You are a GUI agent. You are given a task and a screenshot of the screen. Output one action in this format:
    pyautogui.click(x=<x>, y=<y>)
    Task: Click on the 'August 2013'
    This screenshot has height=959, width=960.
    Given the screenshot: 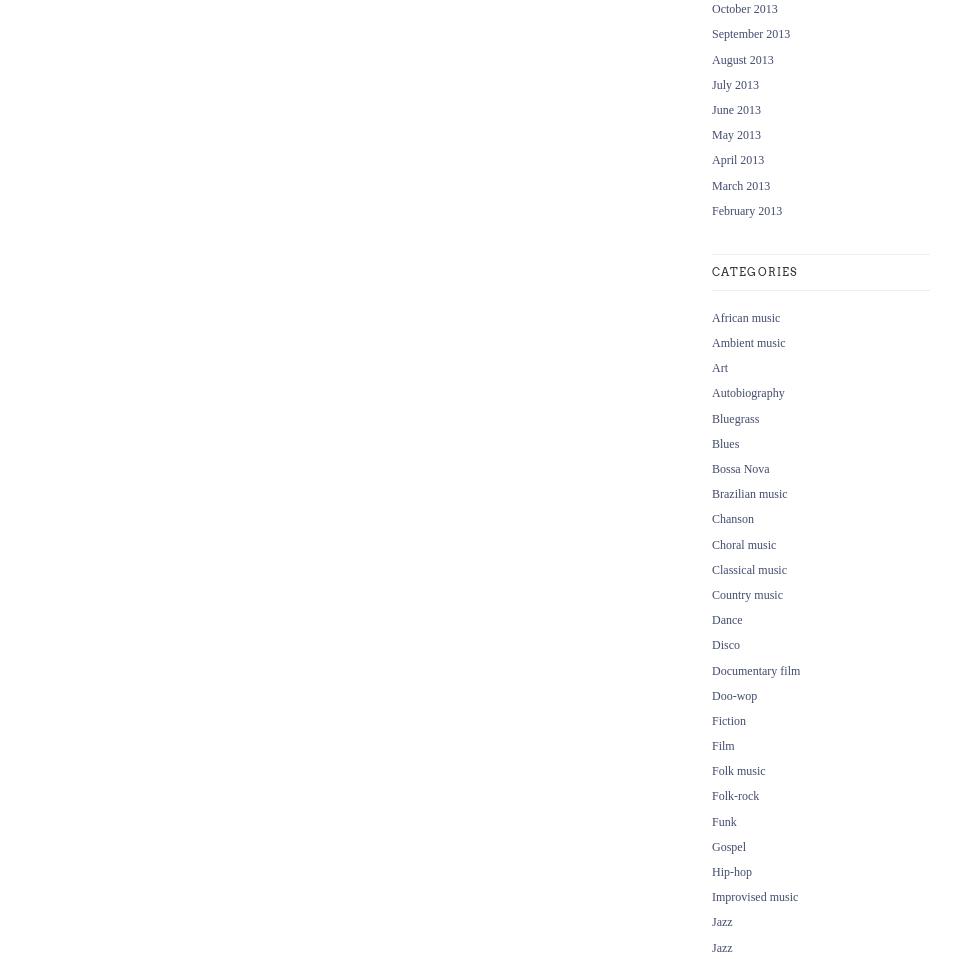 What is the action you would take?
    pyautogui.click(x=741, y=57)
    